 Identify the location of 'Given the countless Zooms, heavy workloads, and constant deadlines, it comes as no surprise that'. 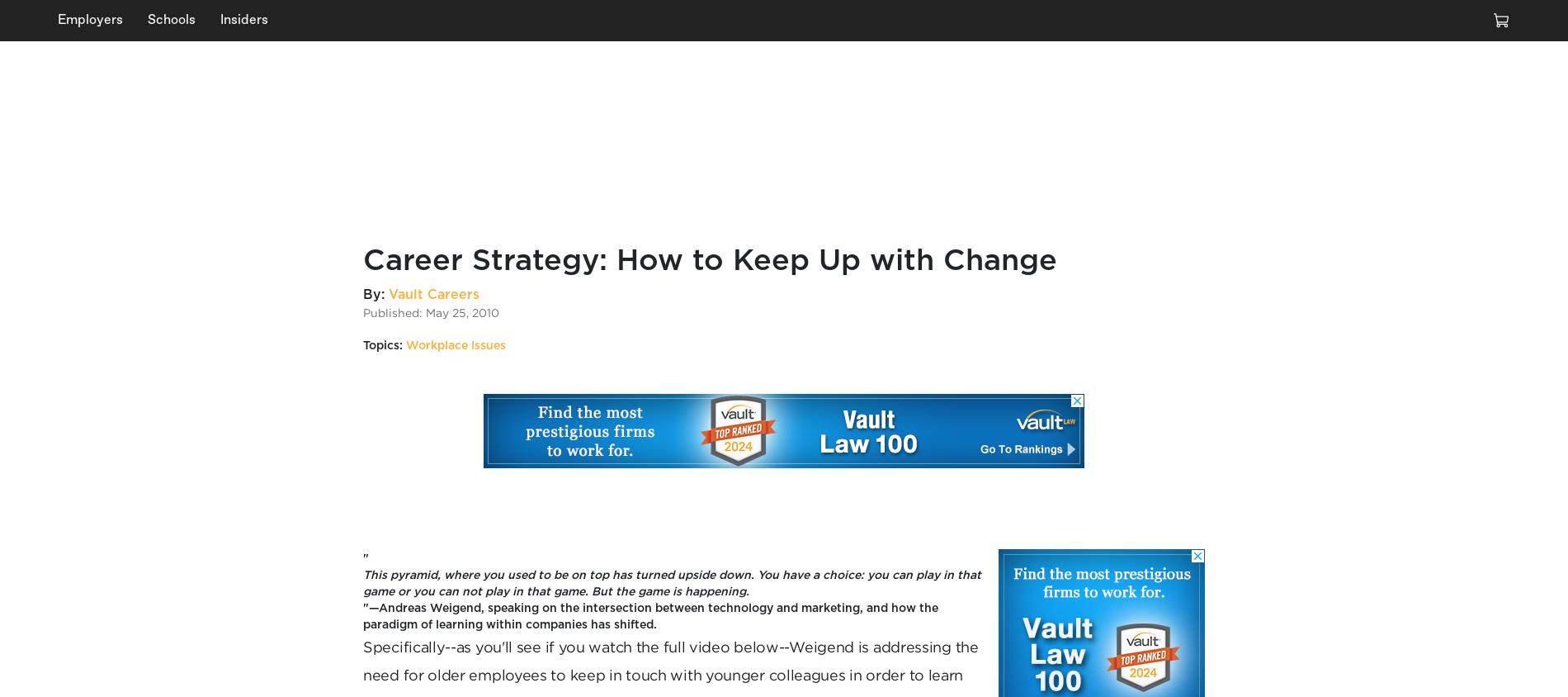
(262, 167).